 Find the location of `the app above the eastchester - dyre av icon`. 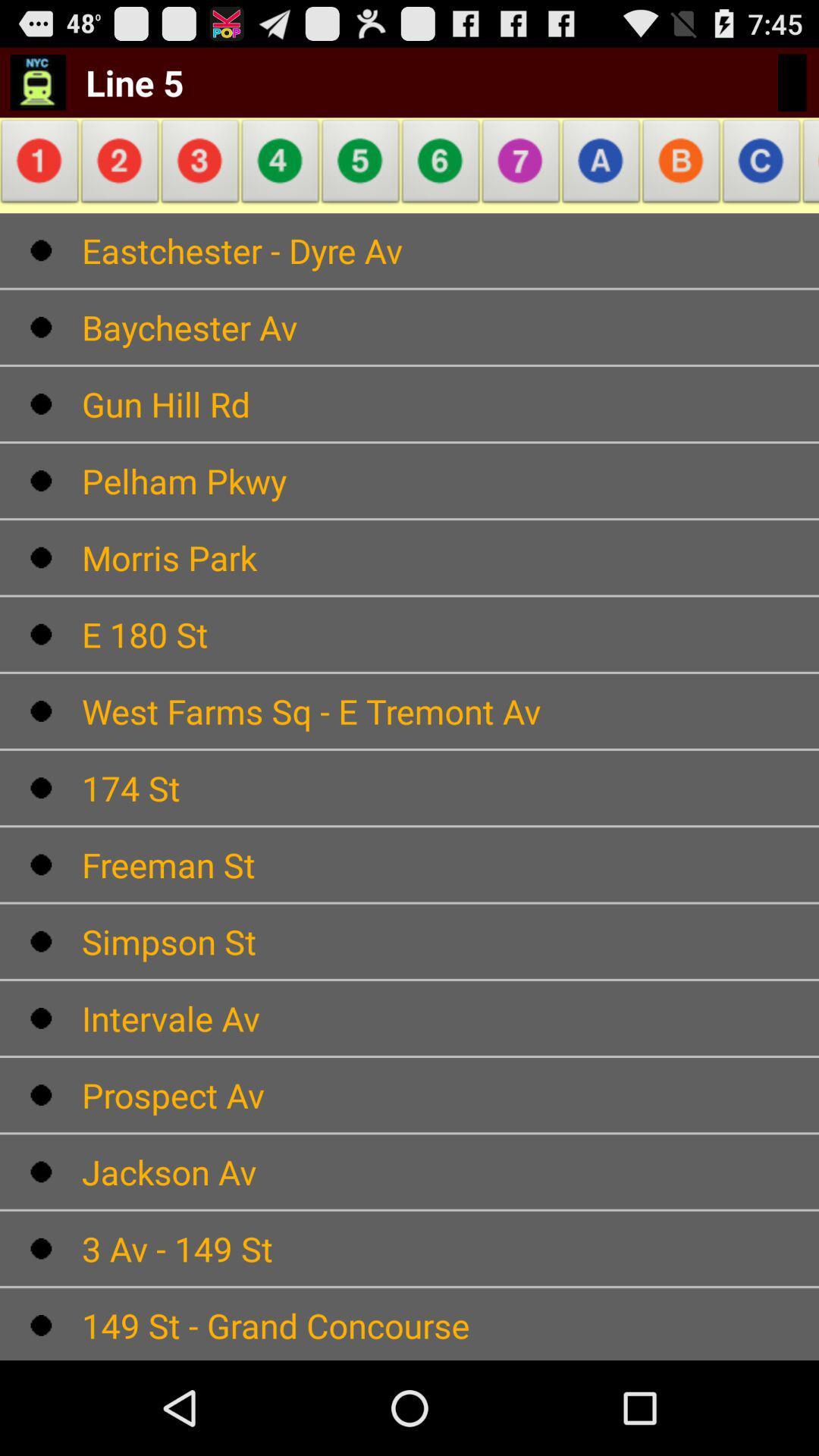

the app above the eastchester - dyre av icon is located at coordinates (806, 165).